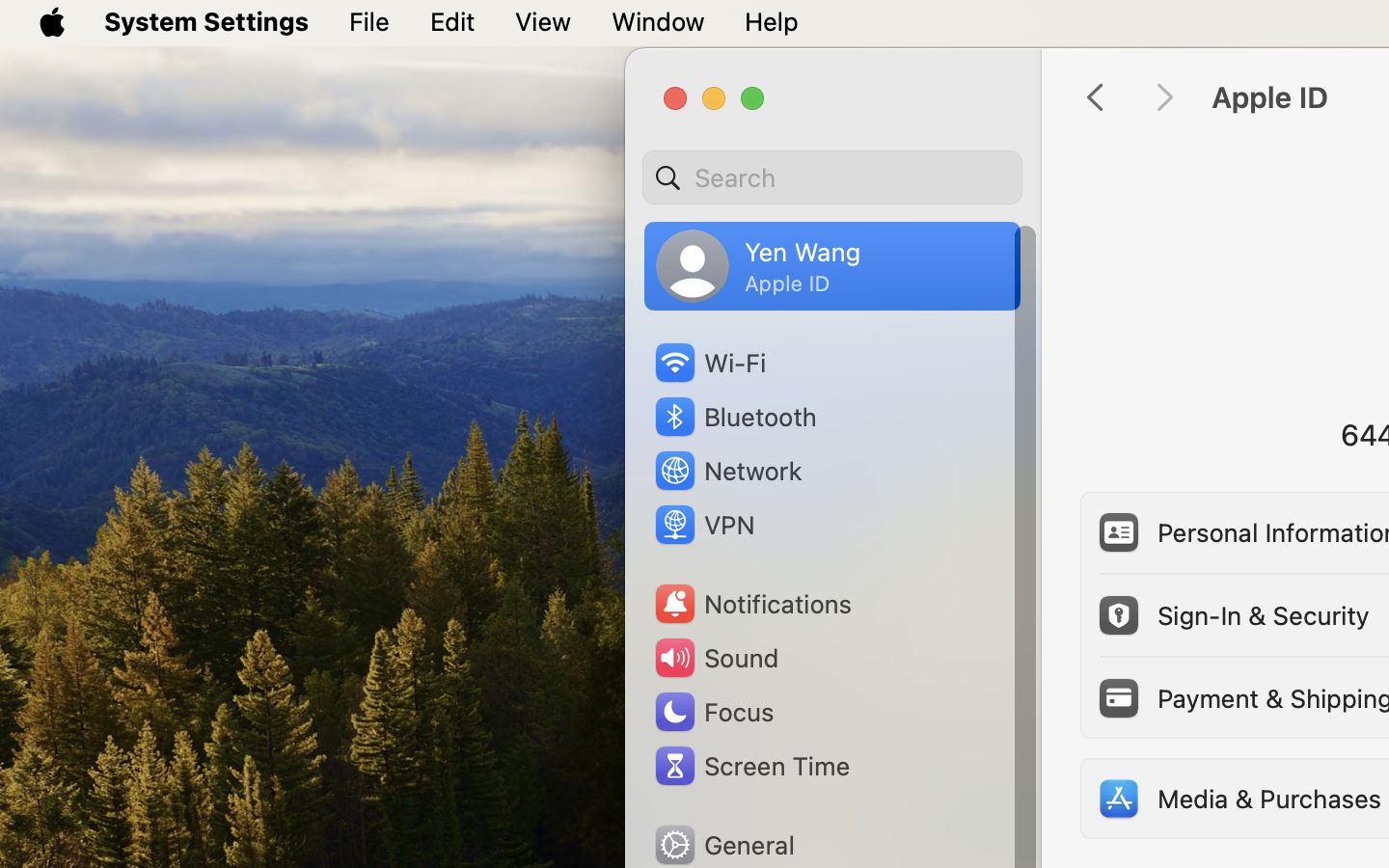  What do you see at coordinates (707, 363) in the screenshot?
I see `'Wi‑Fi'` at bounding box center [707, 363].